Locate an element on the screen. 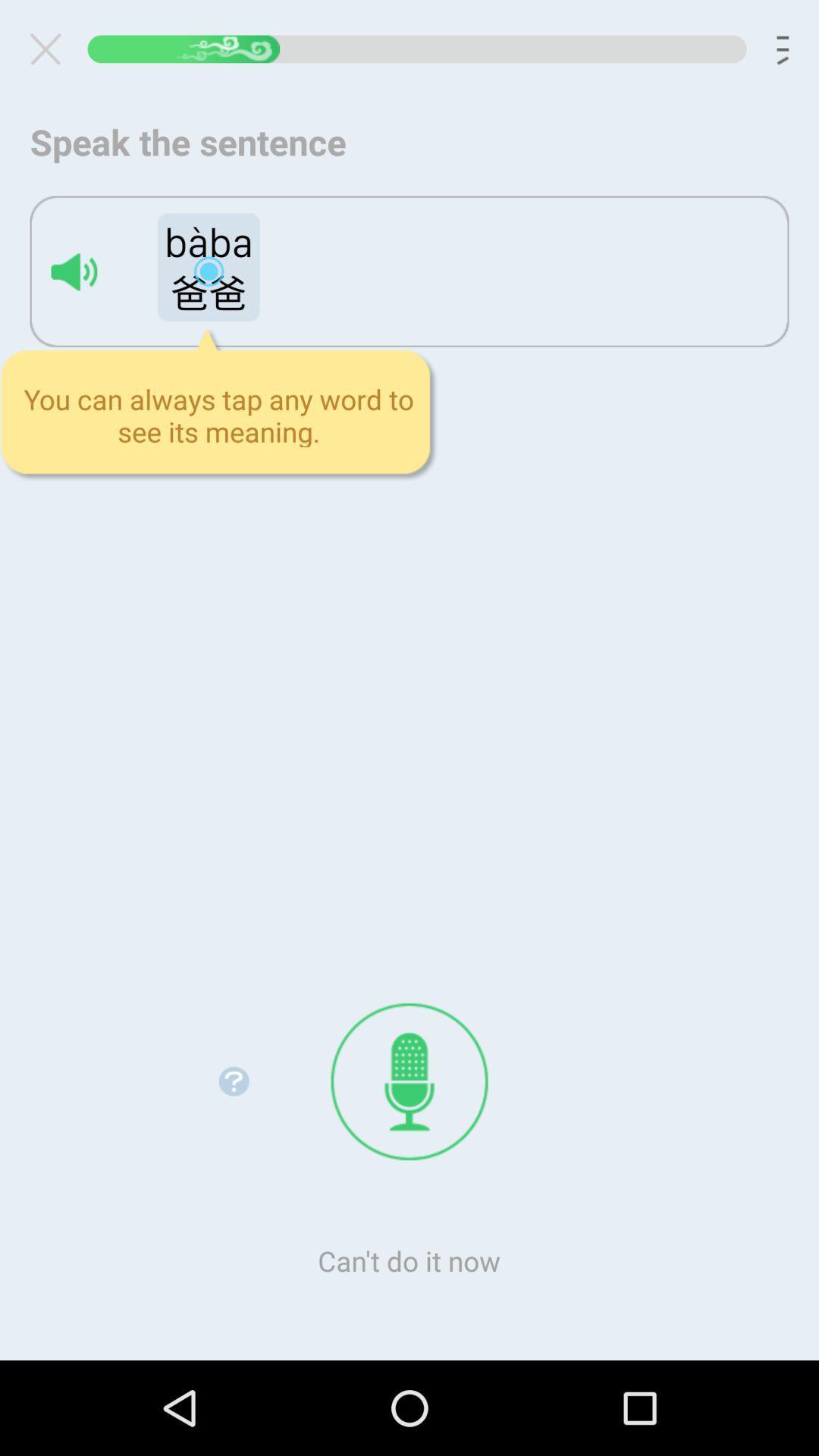 This screenshot has height=1456, width=819. spell loudly is located at coordinates (74, 271).